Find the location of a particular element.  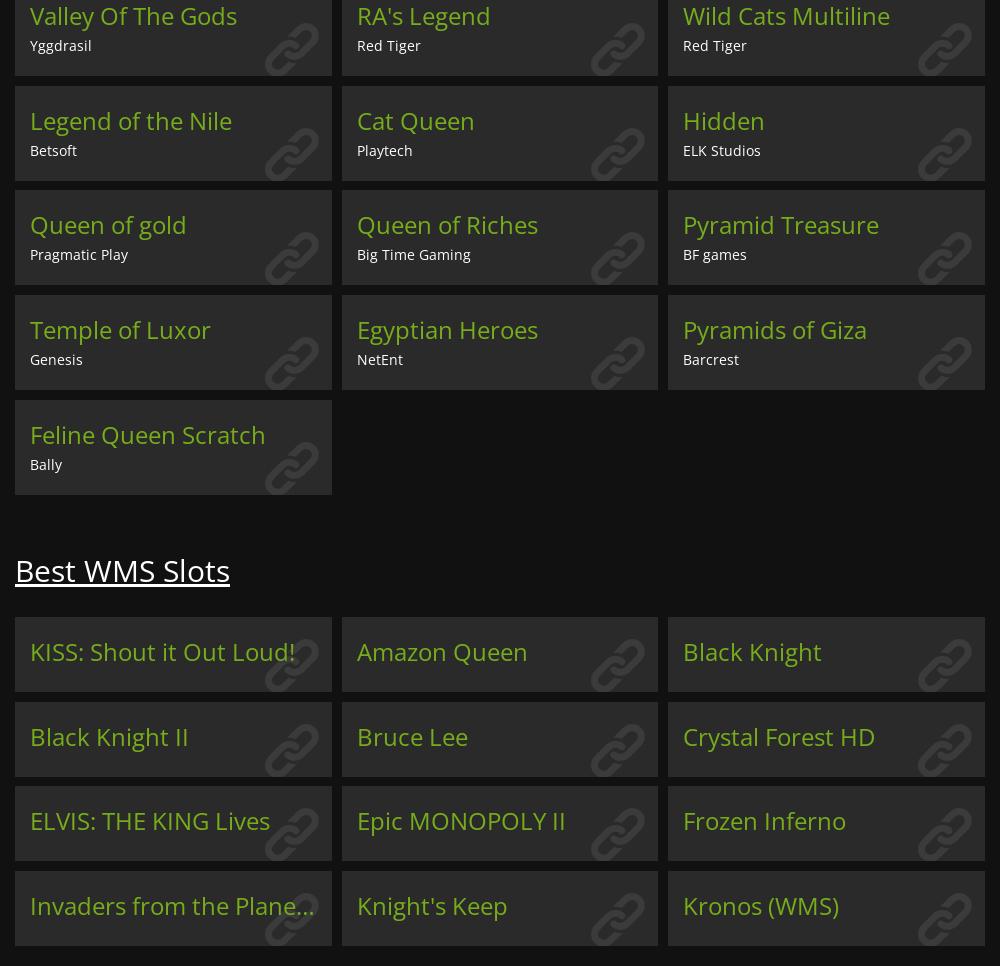

'Kronos (WMS)' is located at coordinates (761, 904).